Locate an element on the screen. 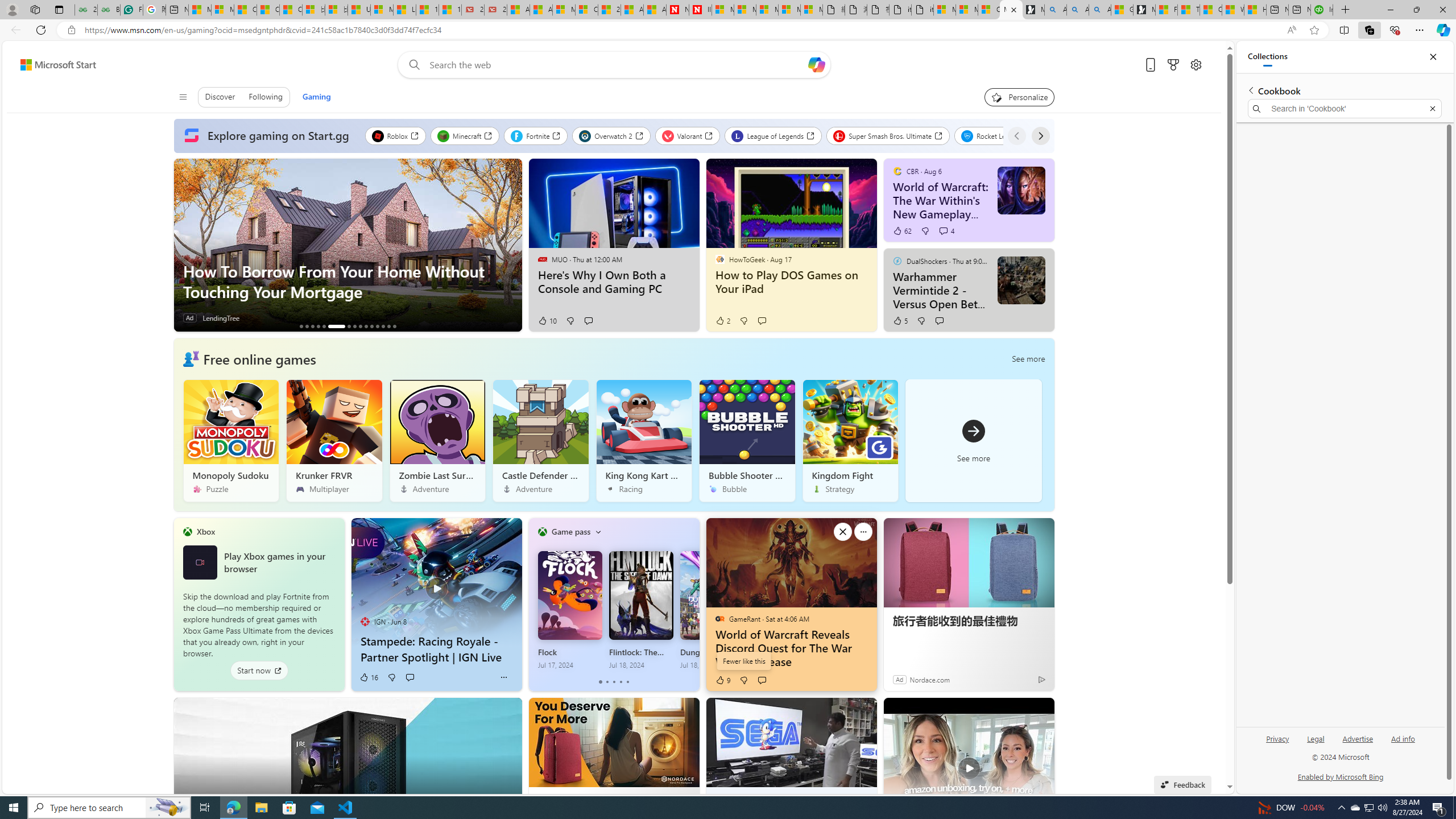 Image resolution: width=1456 pixels, height=819 pixels. 'tab-0' is located at coordinates (600, 681).